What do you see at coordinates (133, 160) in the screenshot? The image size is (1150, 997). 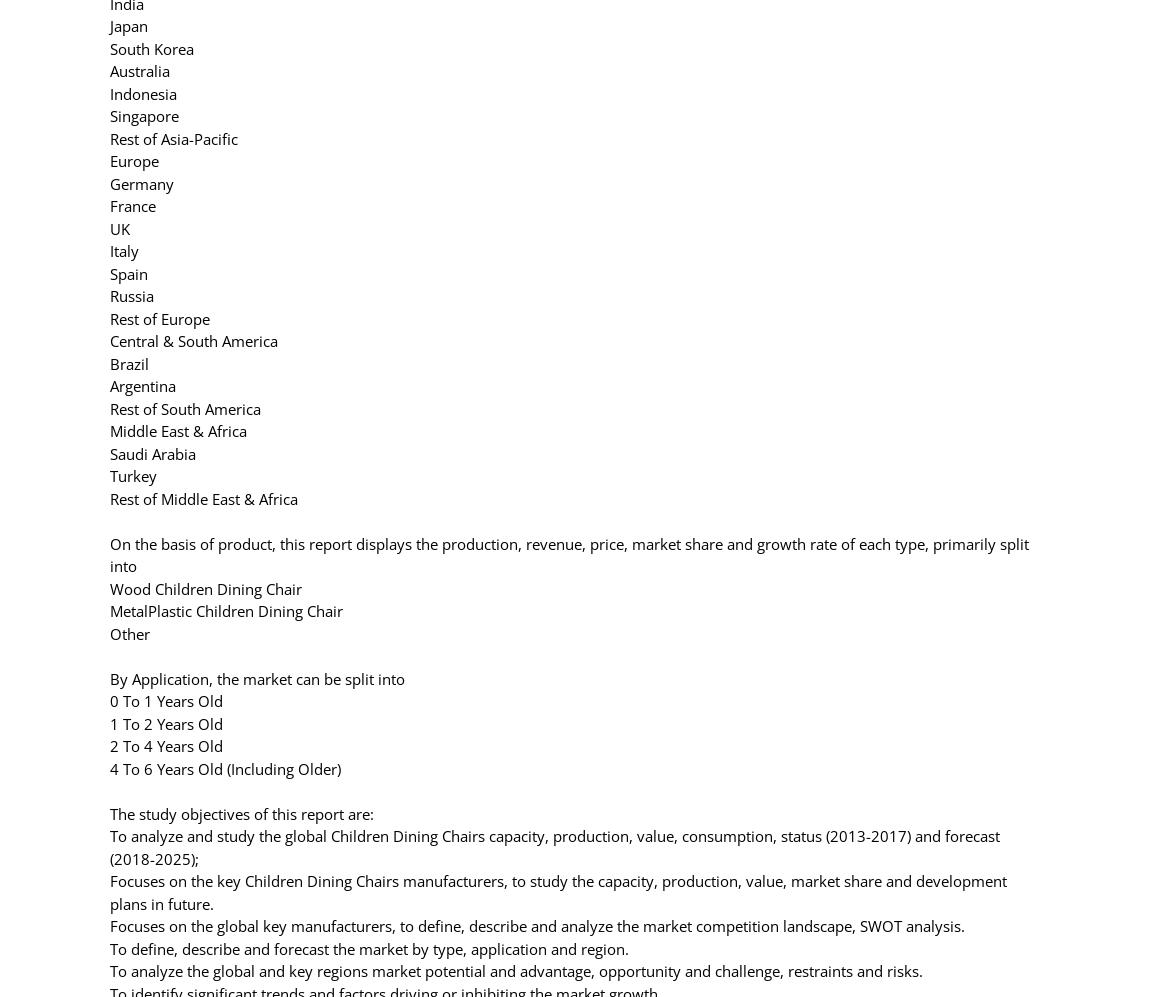 I see `'Europe'` at bounding box center [133, 160].